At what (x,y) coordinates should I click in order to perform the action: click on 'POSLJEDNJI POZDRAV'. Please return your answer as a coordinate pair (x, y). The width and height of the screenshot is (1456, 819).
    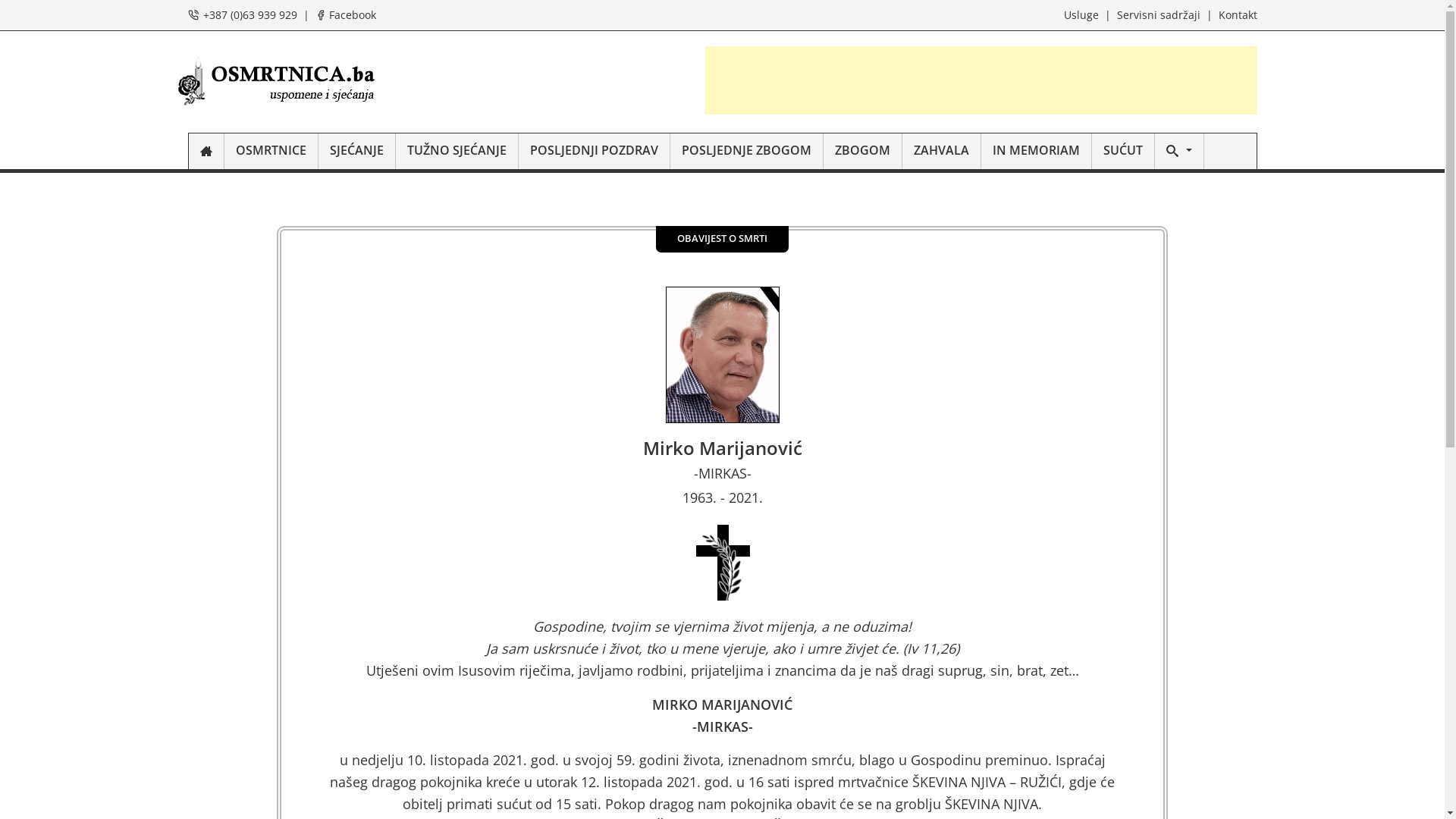
    Looking at the image, I should click on (593, 151).